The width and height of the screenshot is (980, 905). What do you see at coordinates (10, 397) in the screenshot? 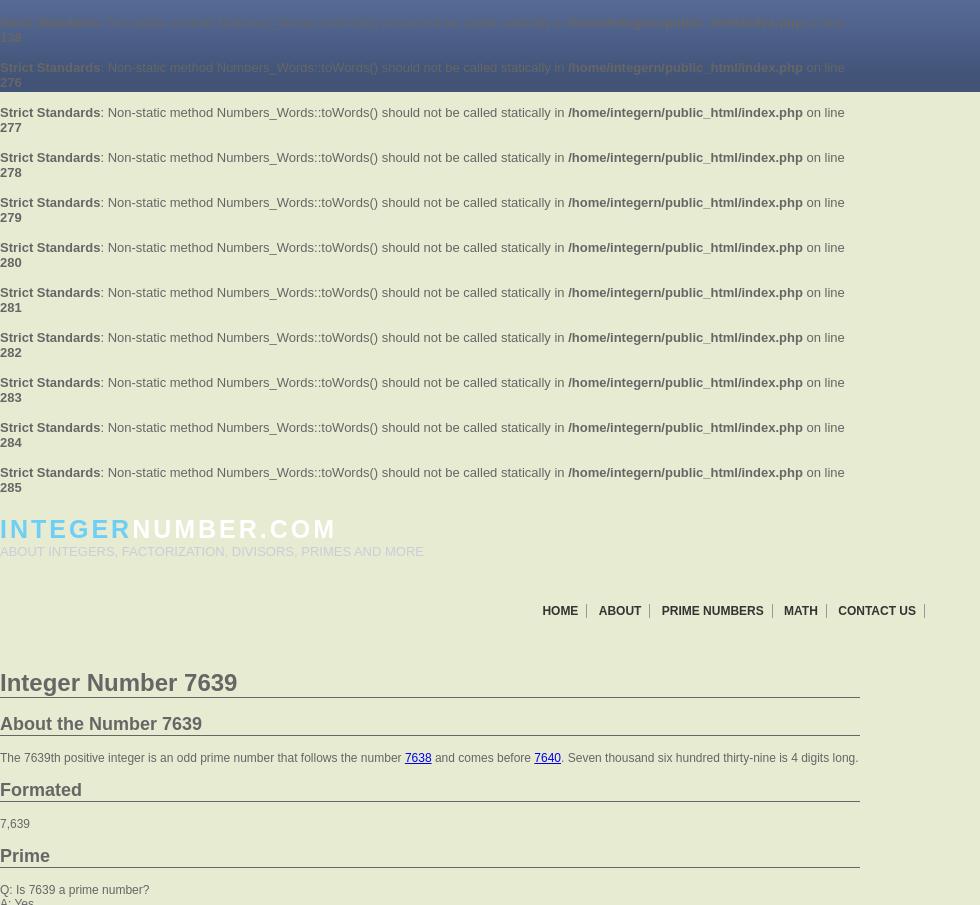
I see `'283'` at bounding box center [10, 397].